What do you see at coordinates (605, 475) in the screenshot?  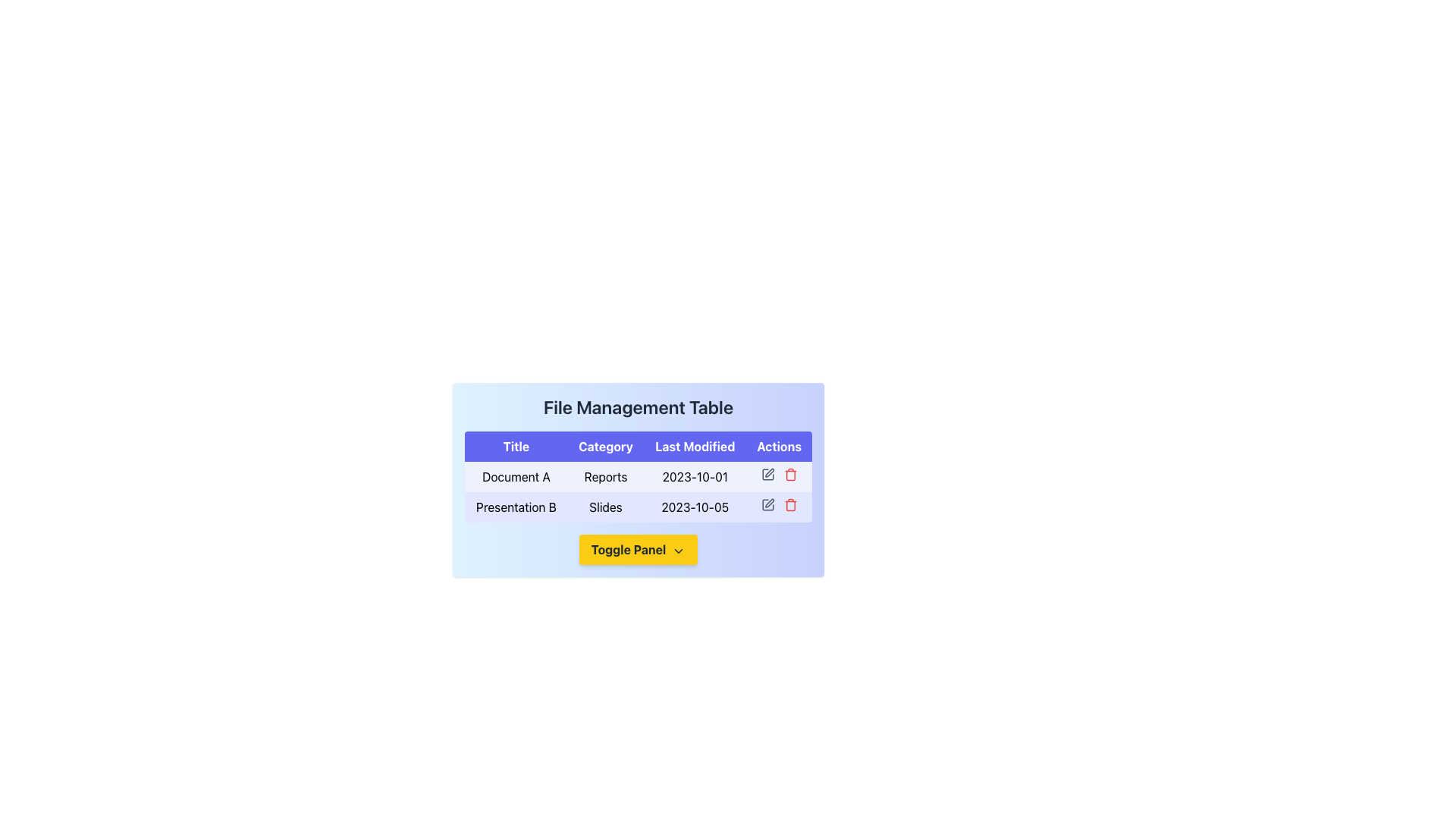 I see `the text label containing 'Reports' in the second cell of the 'Category' column for 'Document A' in the file management table` at bounding box center [605, 475].